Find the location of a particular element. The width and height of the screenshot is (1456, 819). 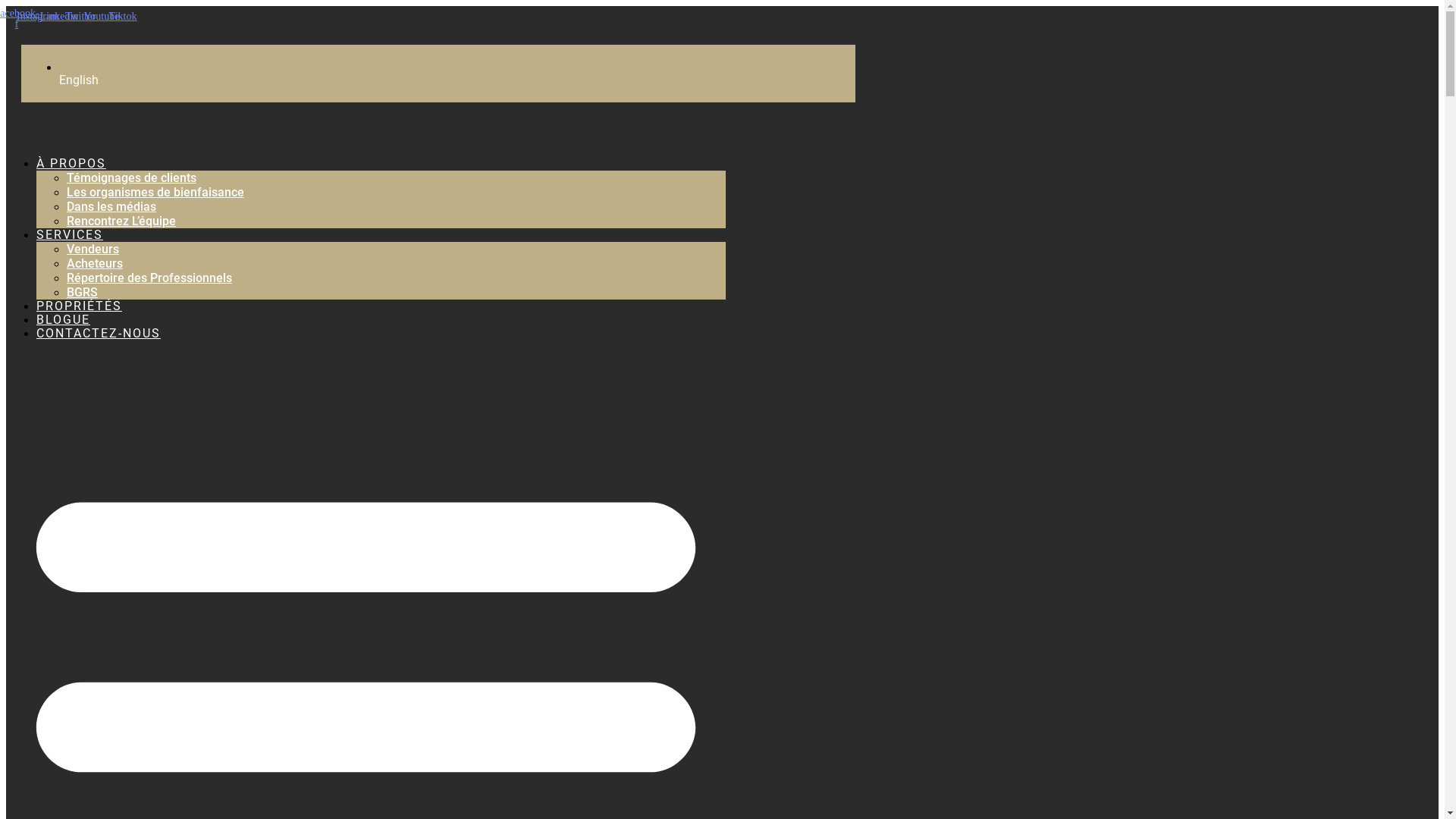

'Acheteurs' is located at coordinates (65, 262).